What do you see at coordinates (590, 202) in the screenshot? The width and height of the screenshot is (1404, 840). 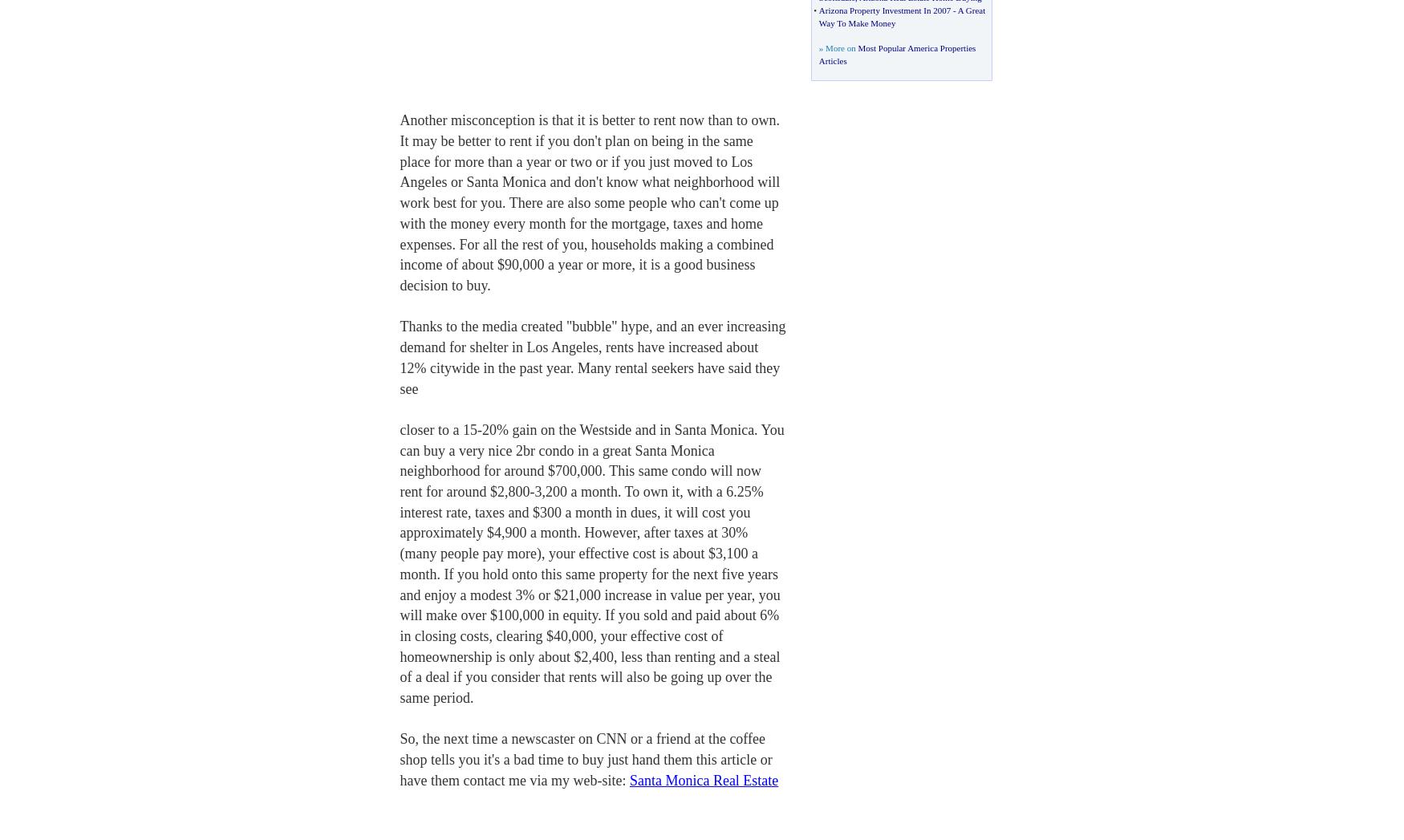 I see `'Another misconception is that it is better to rent now than to own. It may be better to rent if you don't plan on being in the same place for more than a year or two or if you just moved to Los Angeles or Santa Monica and don't know what neighborhood will work best for you. There are also some people who can't come up with the money every month for the mortgage, taxes and home expenses. For all the rest of you, households making a combined income of about $90,000 a year or more, it is a good business decision to buy.'` at bounding box center [590, 202].